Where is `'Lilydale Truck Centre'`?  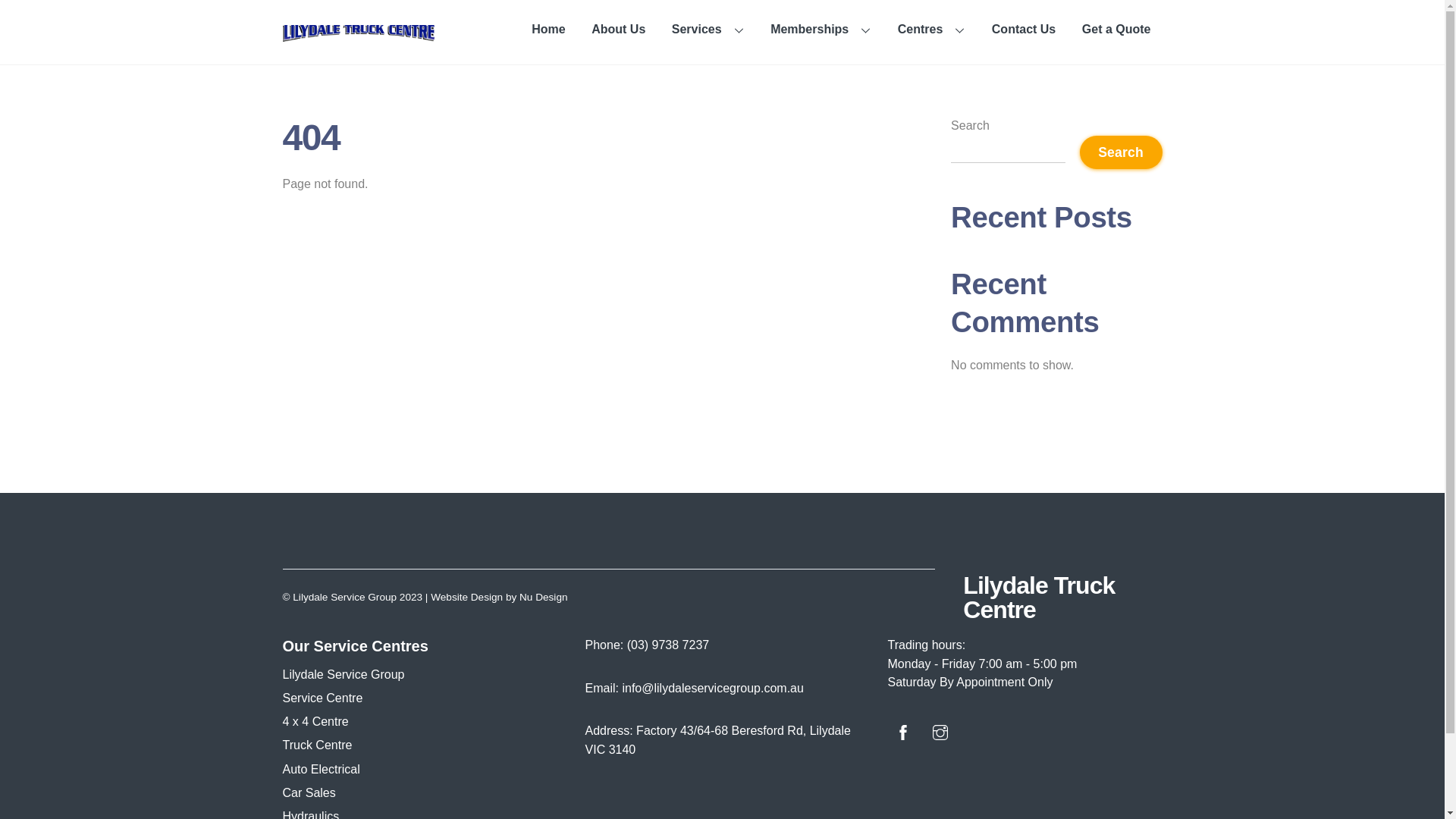
'Lilydale Truck Centre' is located at coordinates (1037, 596).